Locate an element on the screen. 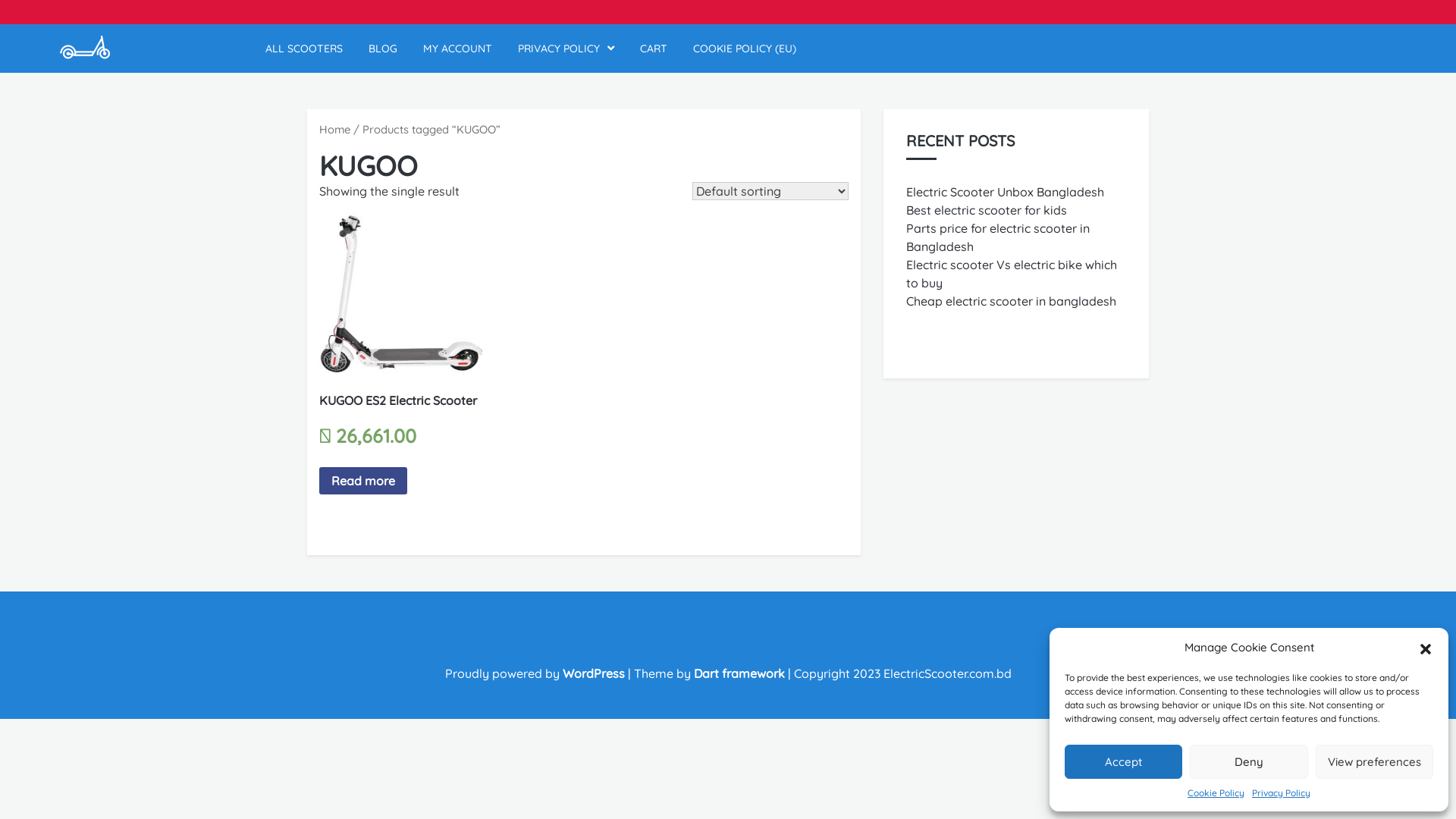 The height and width of the screenshot is (819, 1456). 'BLOG' is located at coordinates (382, 48).